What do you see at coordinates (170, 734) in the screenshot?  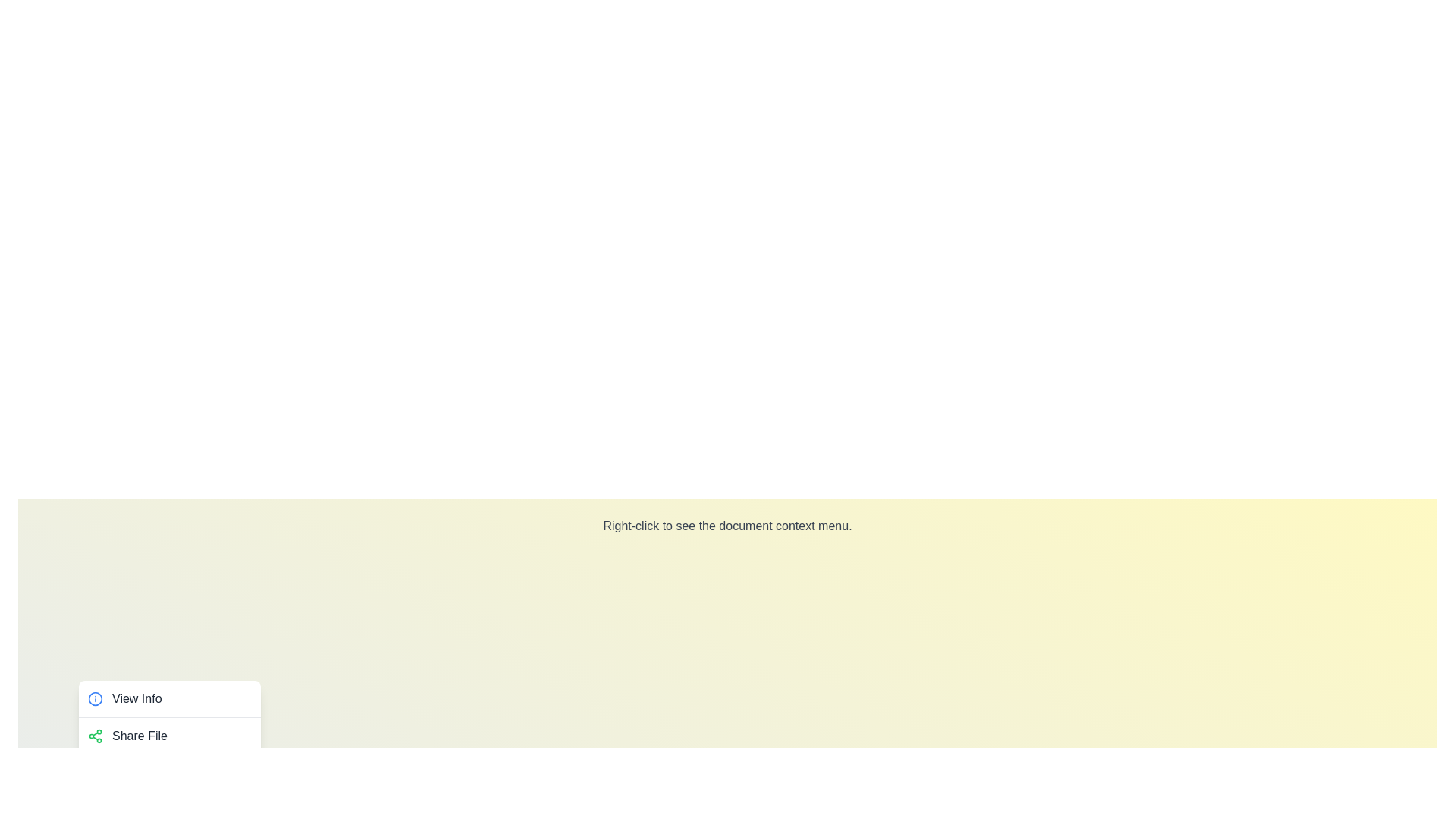 I see `the 'Share File' option in the context menu` at bounding box center [170, 734].